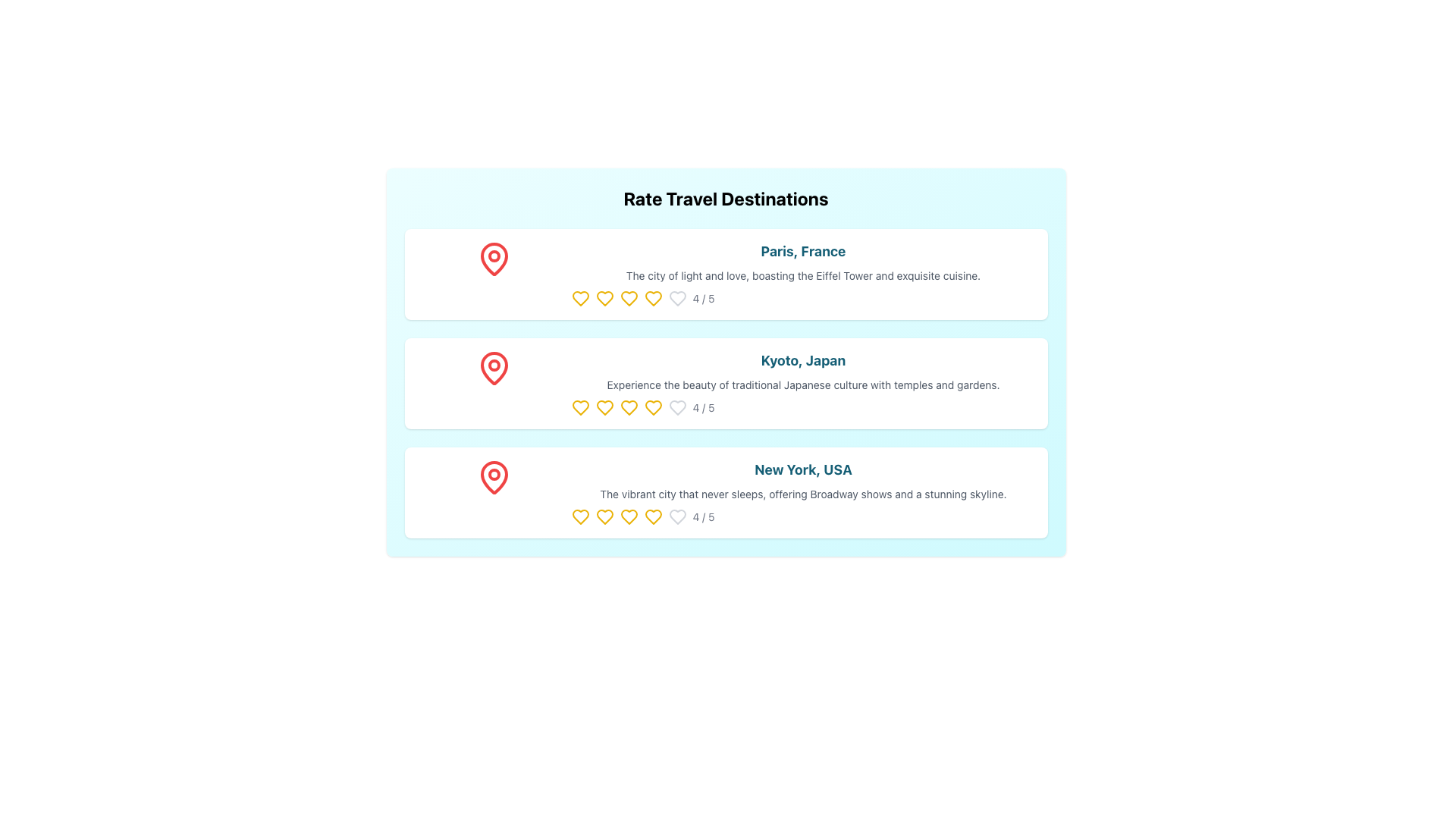  What do you see at coordinates (629, 516) in the screenshot?
I see `the heart-shaped icon with a yellow border and a white interior, which is the fourth icon in the rating section for 'New York, USA'` at bounding box center [629, 516].